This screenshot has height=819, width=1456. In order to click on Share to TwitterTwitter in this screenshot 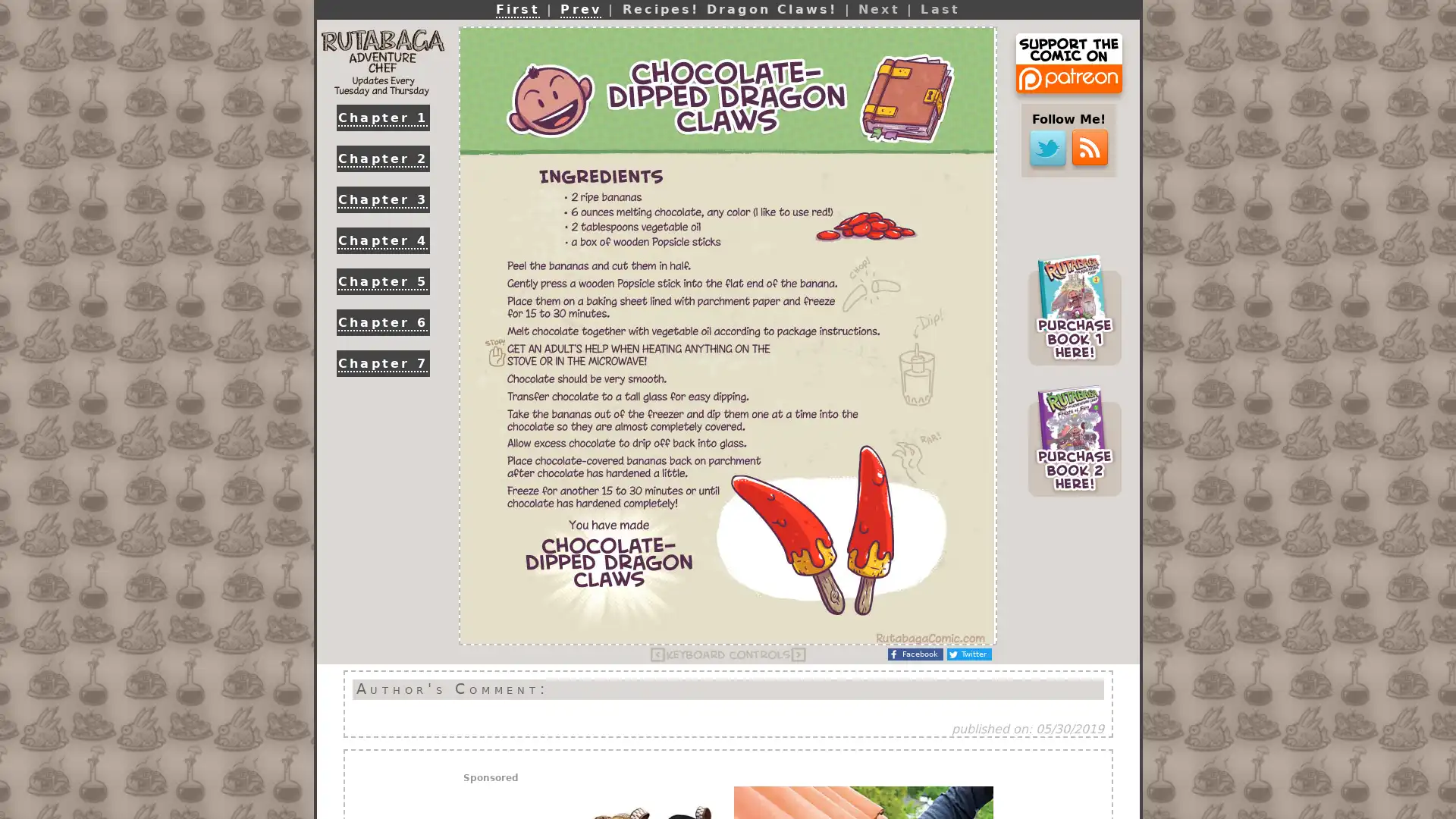, I will do `click(968, 654)`.